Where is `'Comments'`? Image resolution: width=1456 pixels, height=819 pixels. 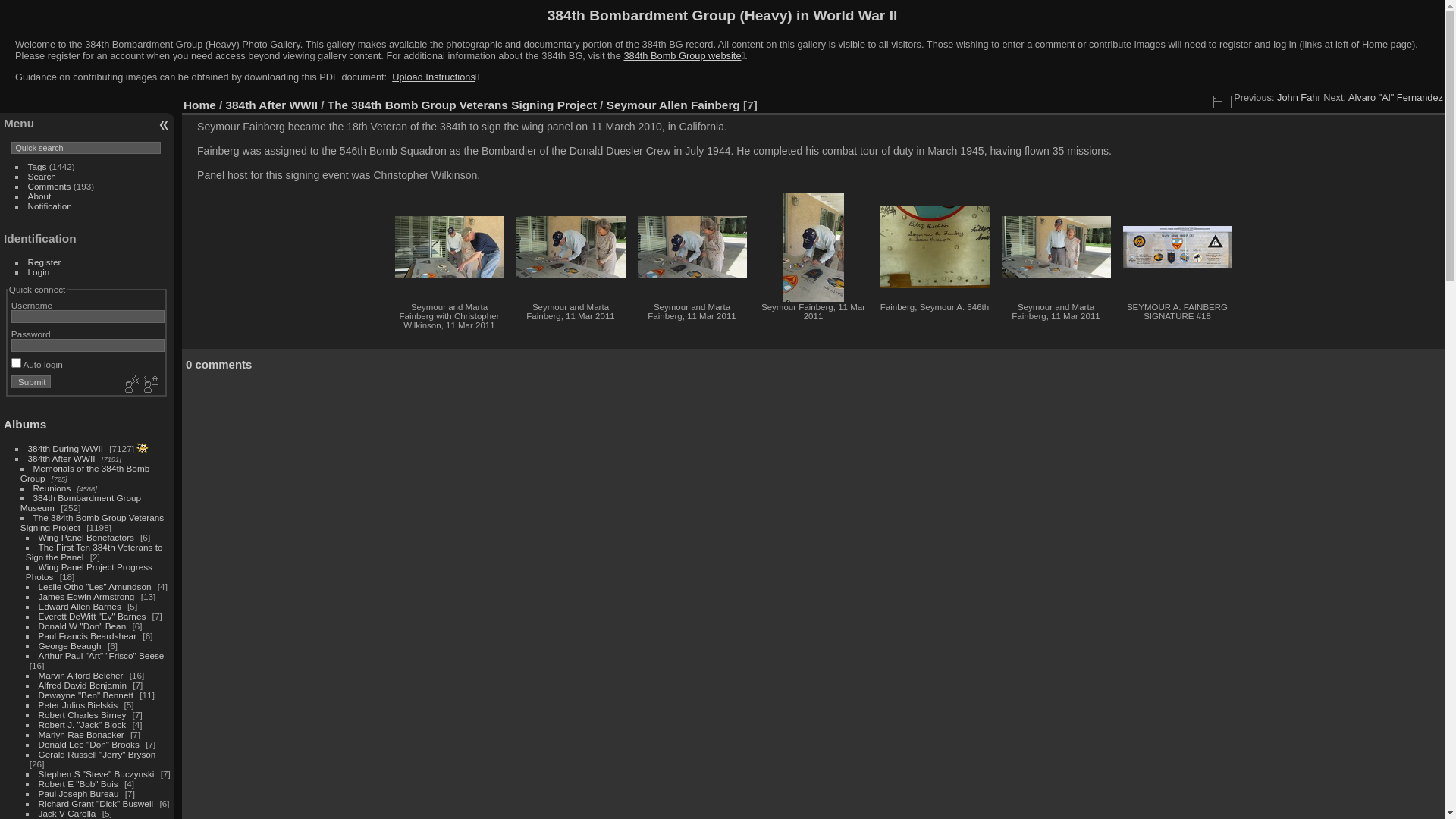 'Comments' is located at coordinates (49, 185).